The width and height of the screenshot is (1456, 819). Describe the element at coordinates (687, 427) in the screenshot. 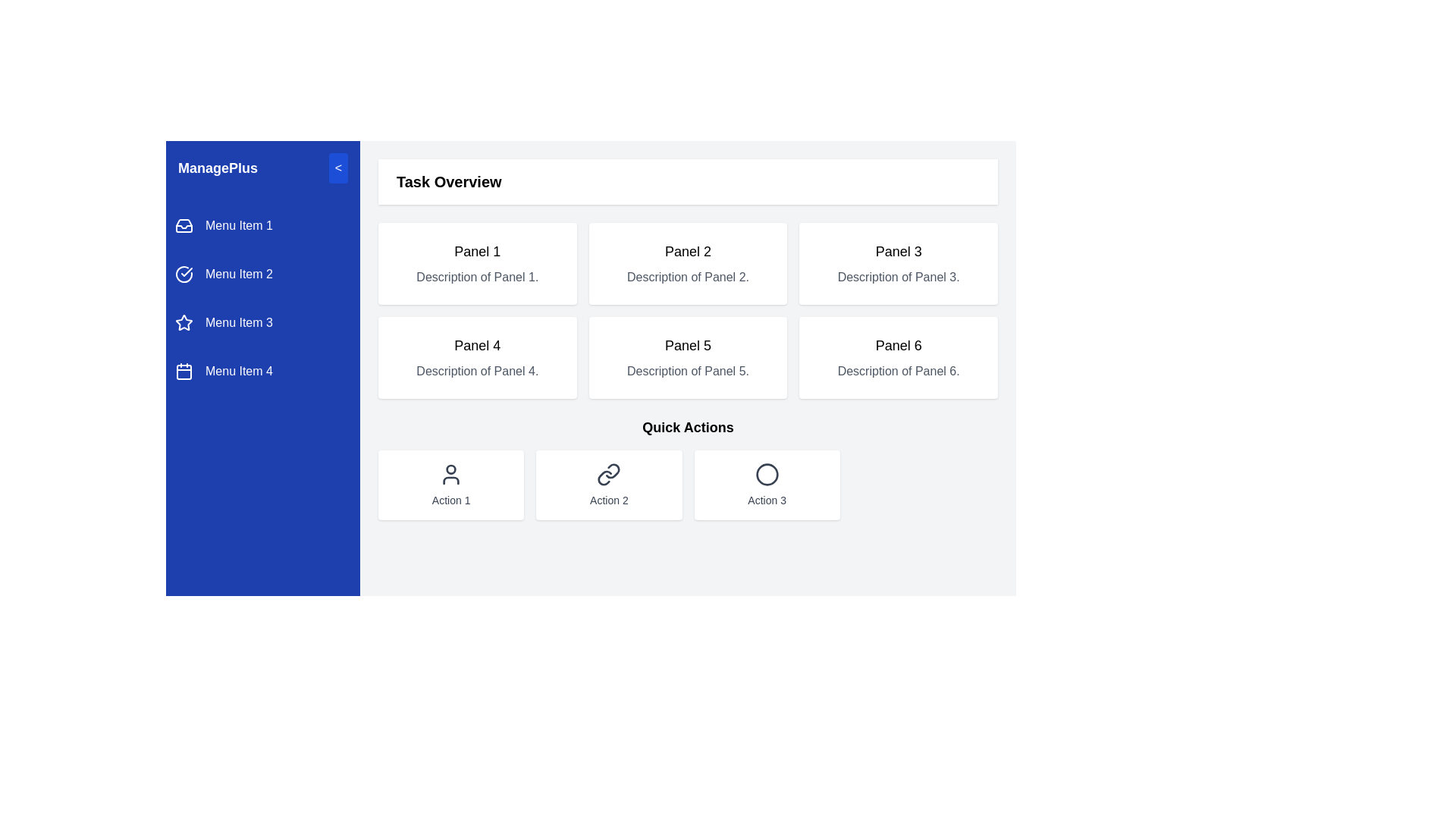

I see `text of the heading label that indicates the purpose of the section containing quick-access options above the grid of buttons` at that location.